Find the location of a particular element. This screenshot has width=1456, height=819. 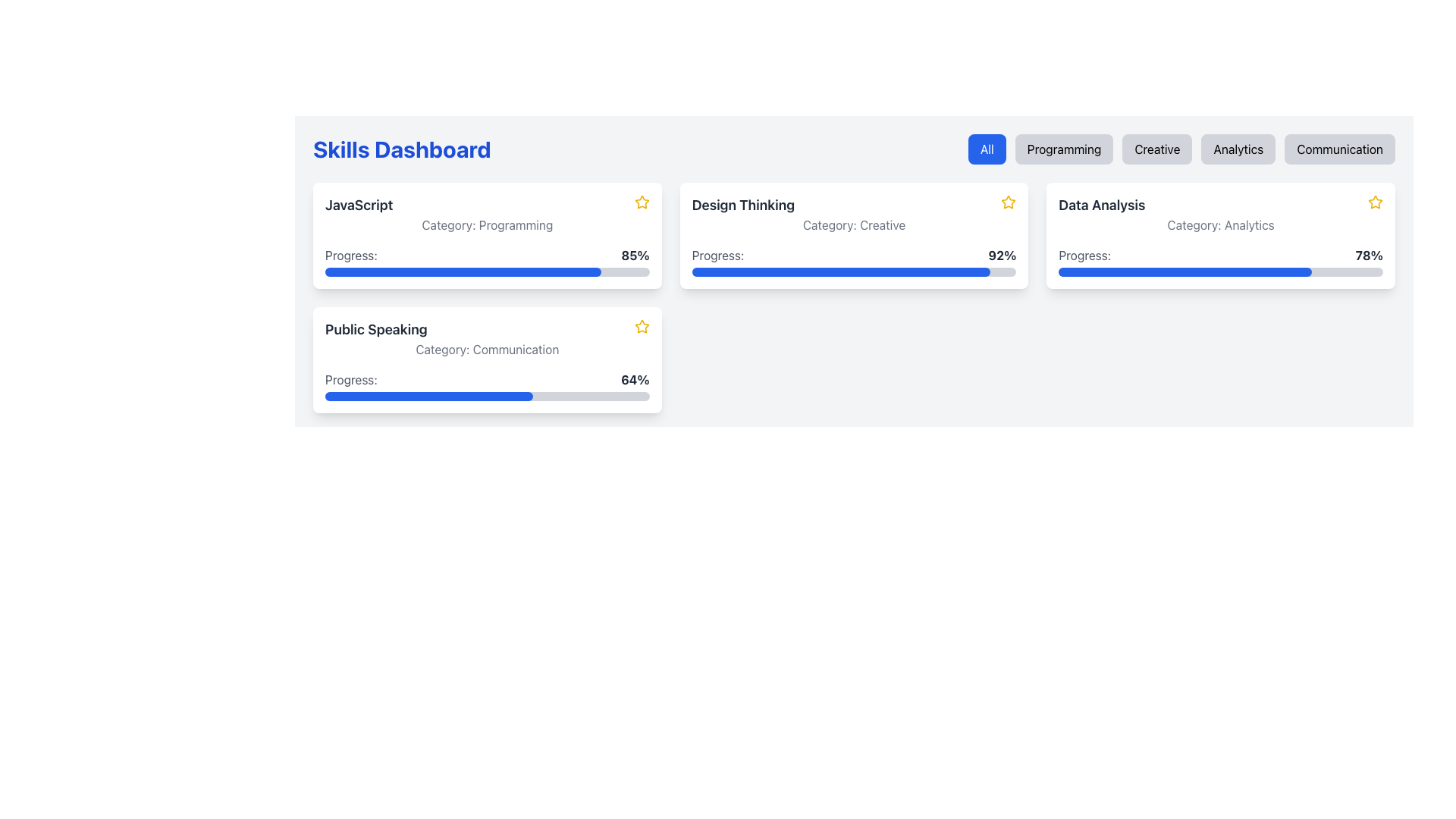

the progress bar displaying 85% completion for the JavaScript skill in the Skills Dashboard is located at coordinates (487, 271).